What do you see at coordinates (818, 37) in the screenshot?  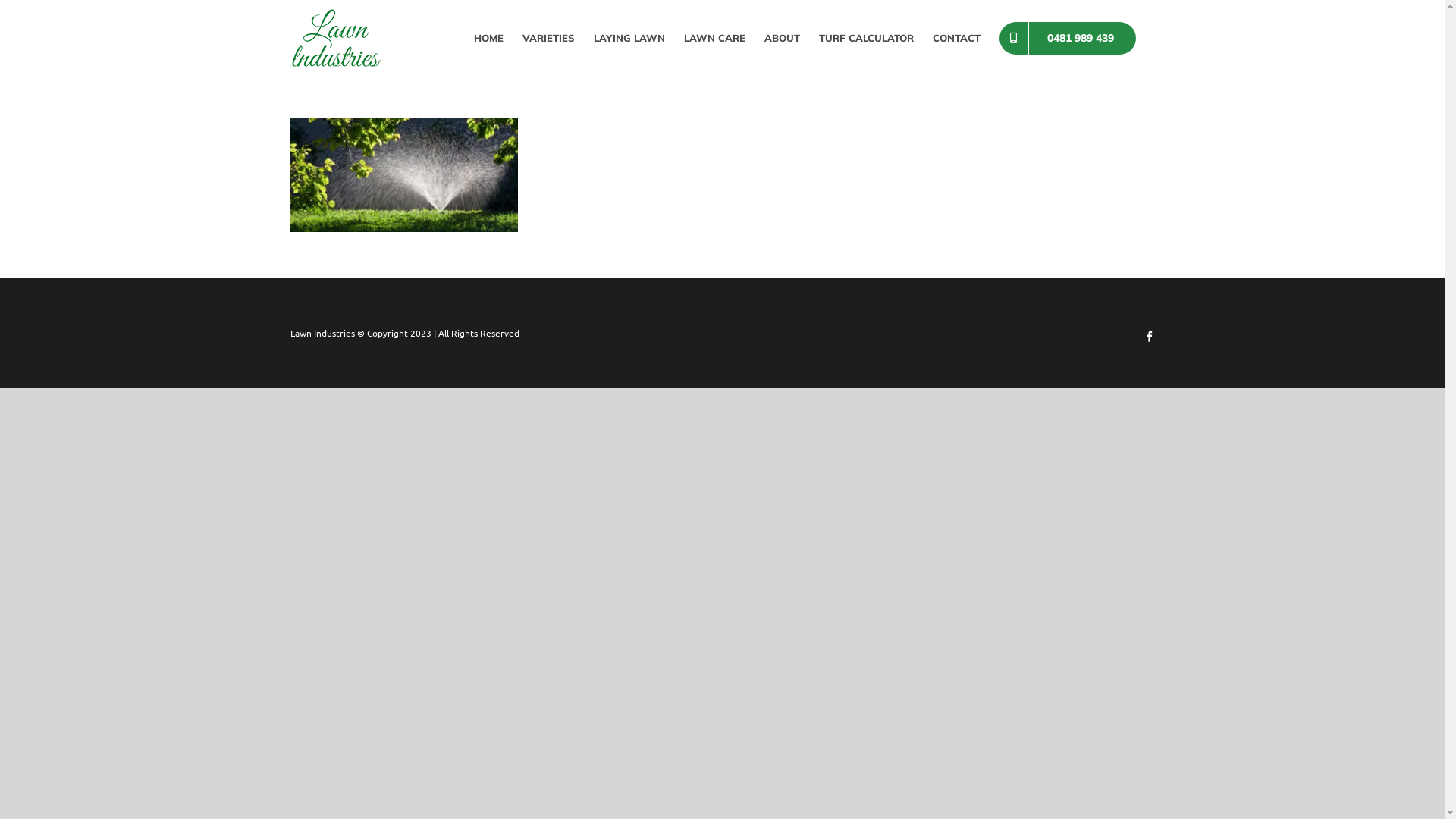 I see `'TURF CALCULATOR'` at bounding box center [818, 37].